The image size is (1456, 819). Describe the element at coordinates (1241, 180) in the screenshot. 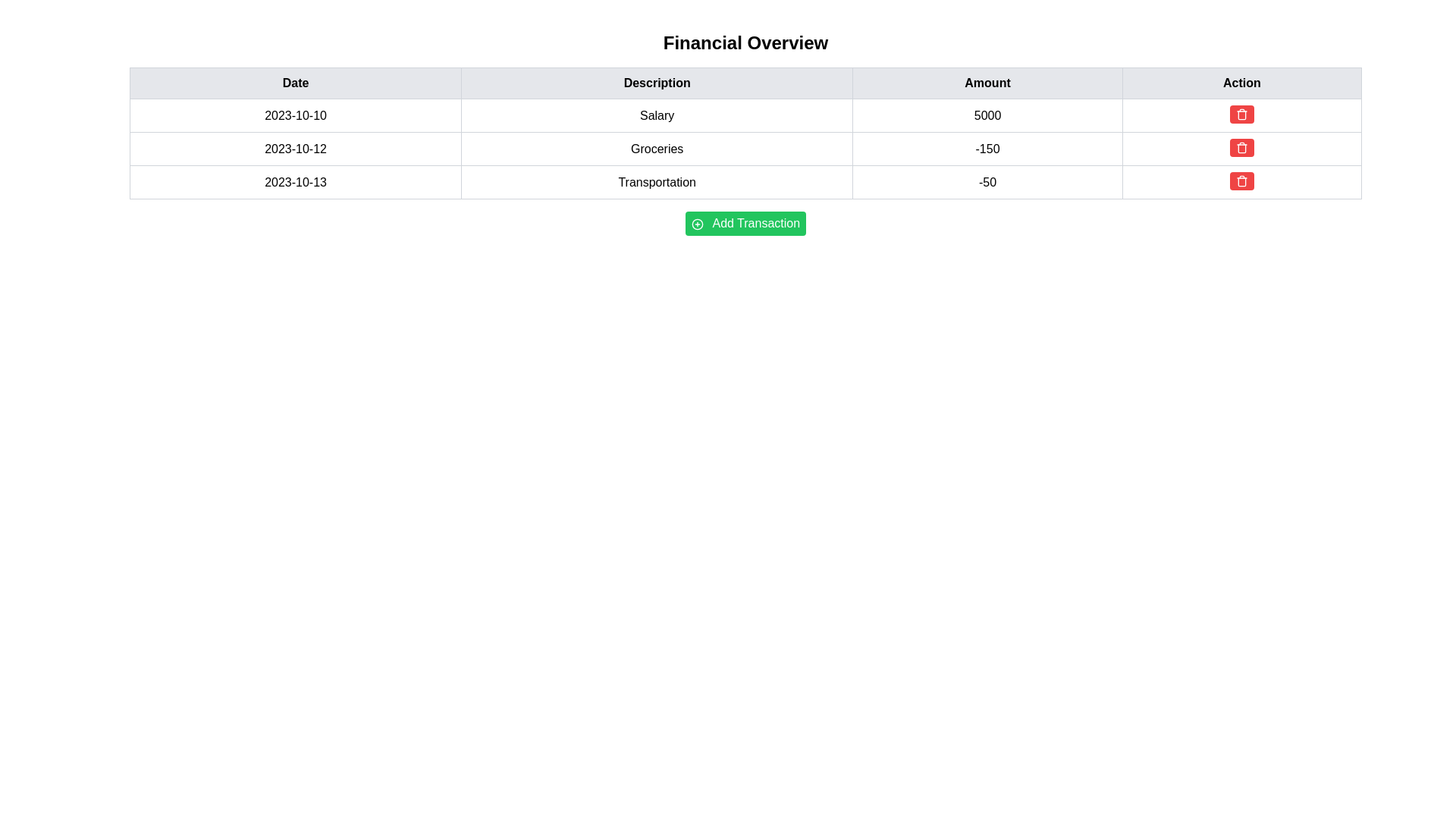

I see `the red rounded button with a white trash can icon located in the 'Action' column corresponding to the 'Transportation' row` at that location.